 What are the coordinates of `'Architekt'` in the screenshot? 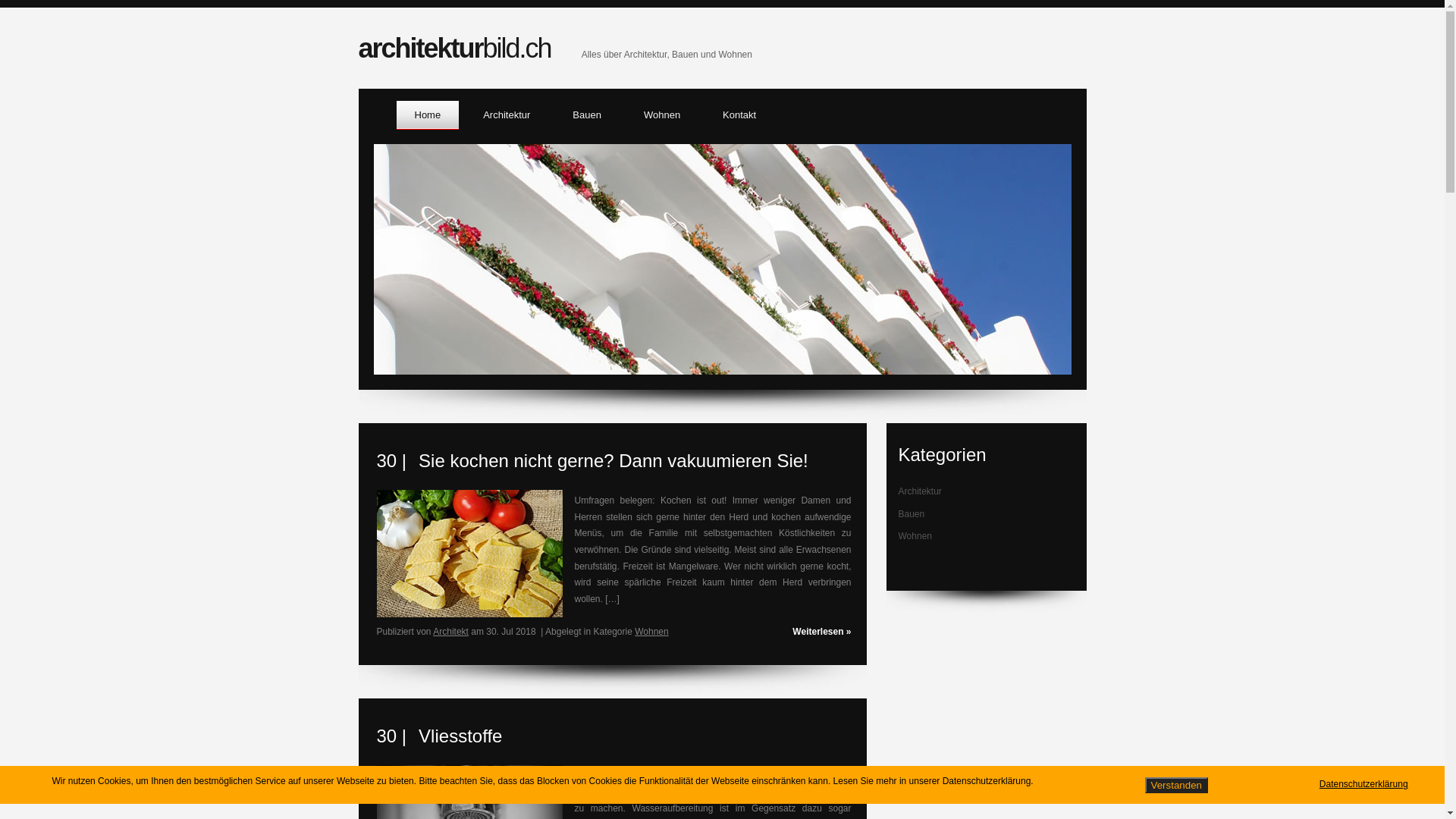 It's located at (450, 632).